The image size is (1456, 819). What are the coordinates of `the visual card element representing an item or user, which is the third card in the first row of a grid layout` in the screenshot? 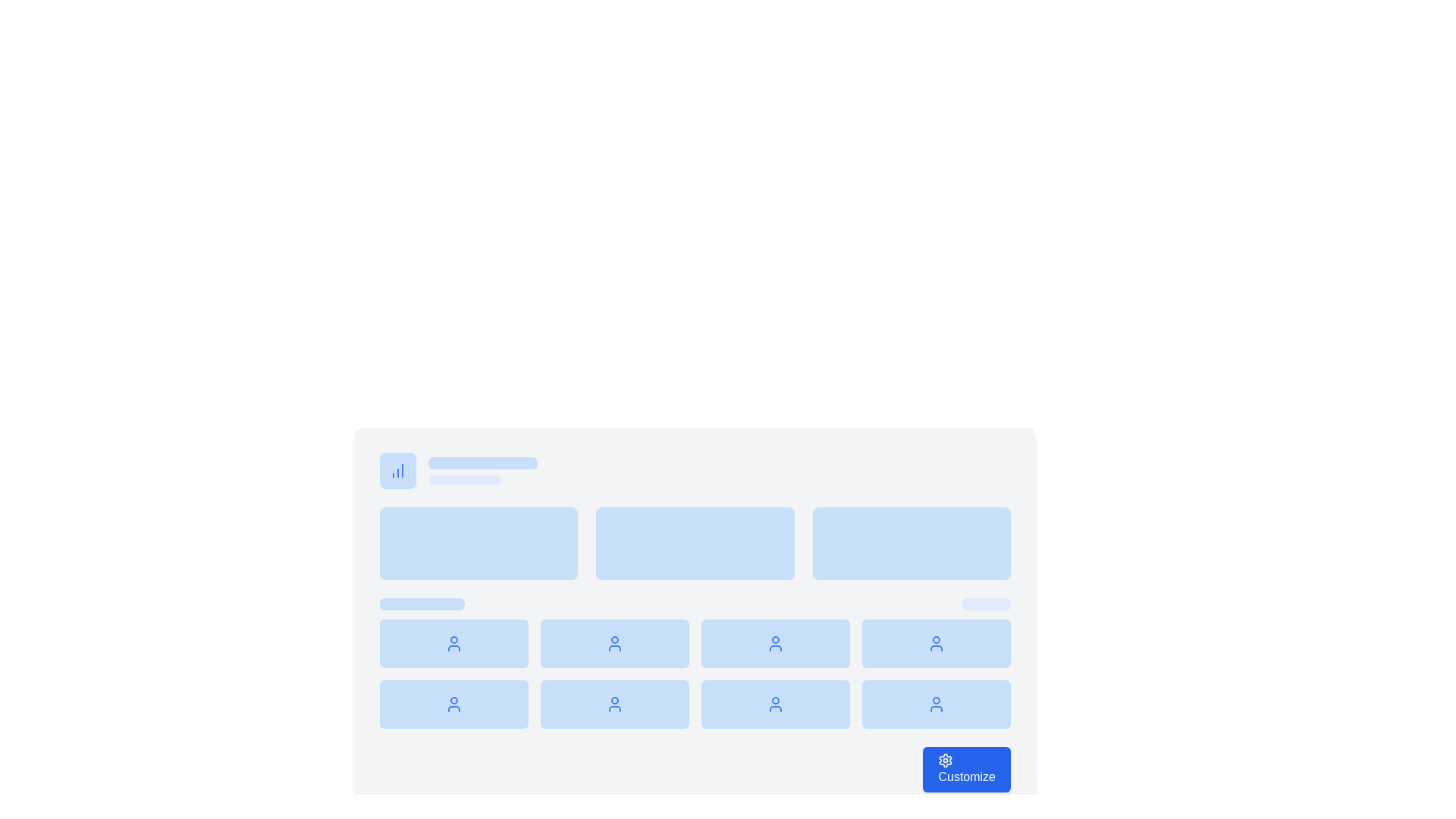 It's located at (775, 643).